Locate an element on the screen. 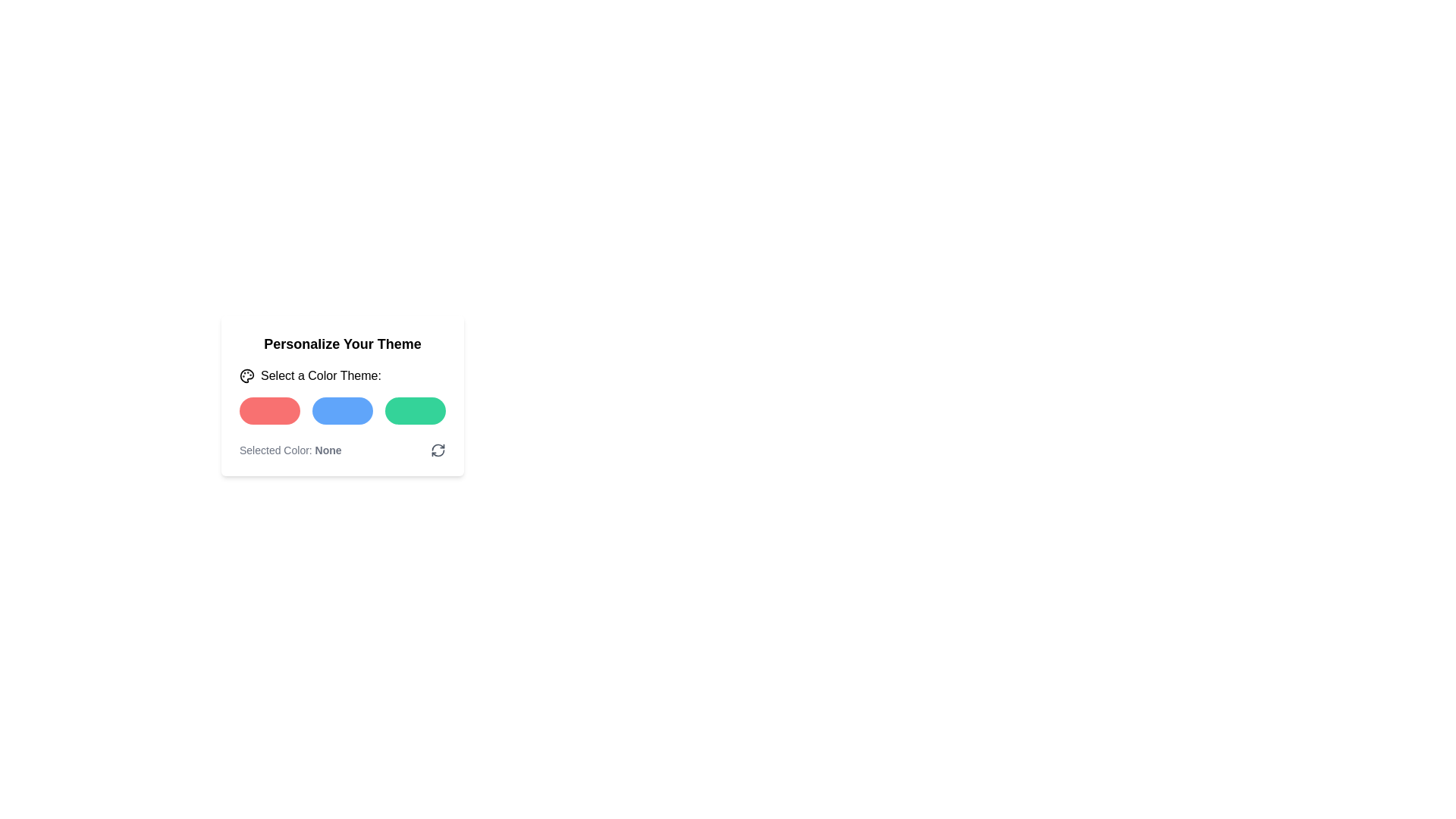 This screenshot has width=1456, height=819. text of the label that says 'Select a Color Theme:' located centrally within the theme card interface is located at coordinates (320, 375).